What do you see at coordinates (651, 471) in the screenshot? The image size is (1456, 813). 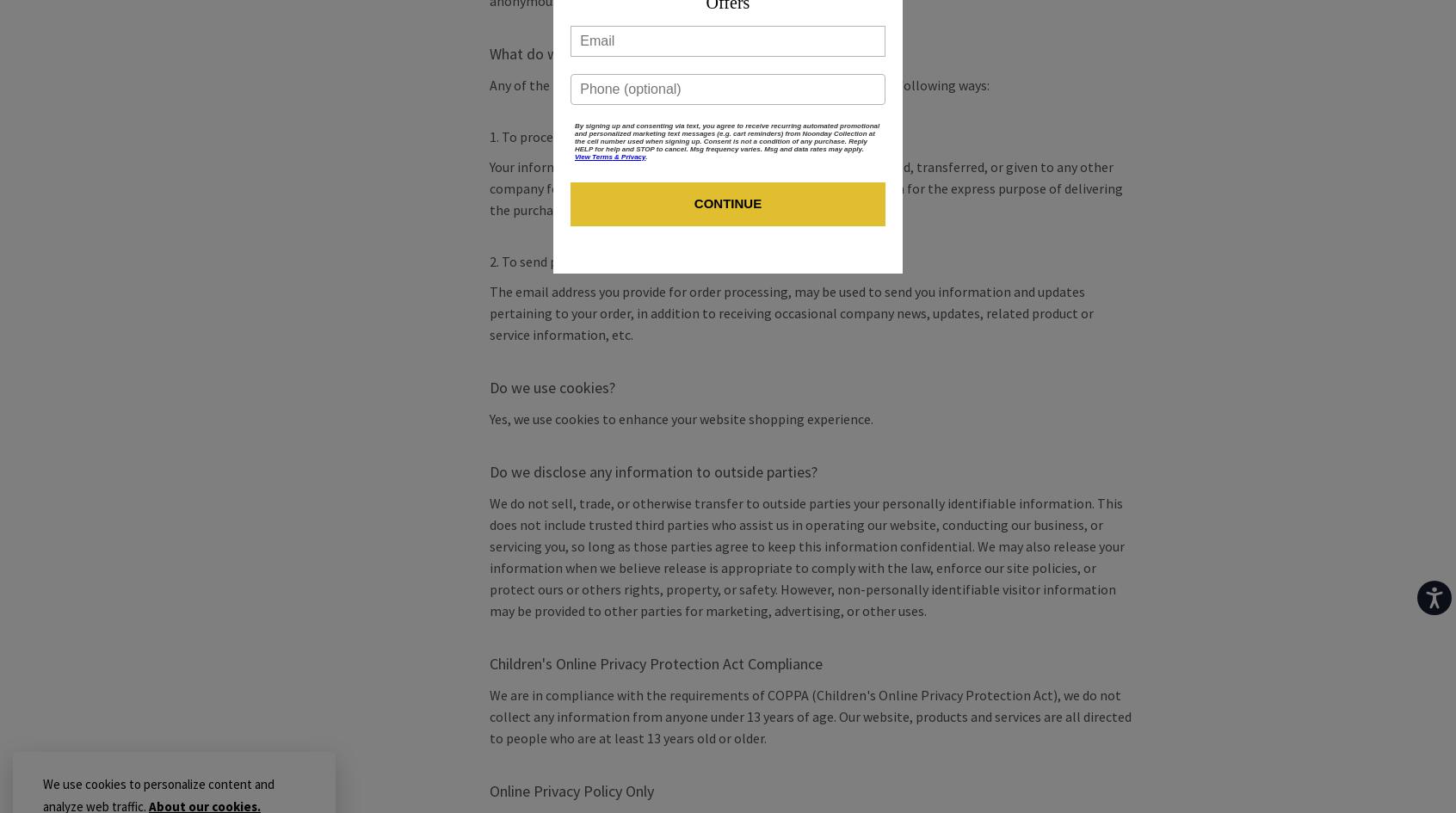 I see `'Do we disclose any information to outside parties?'` at bounding box center [651, 471].